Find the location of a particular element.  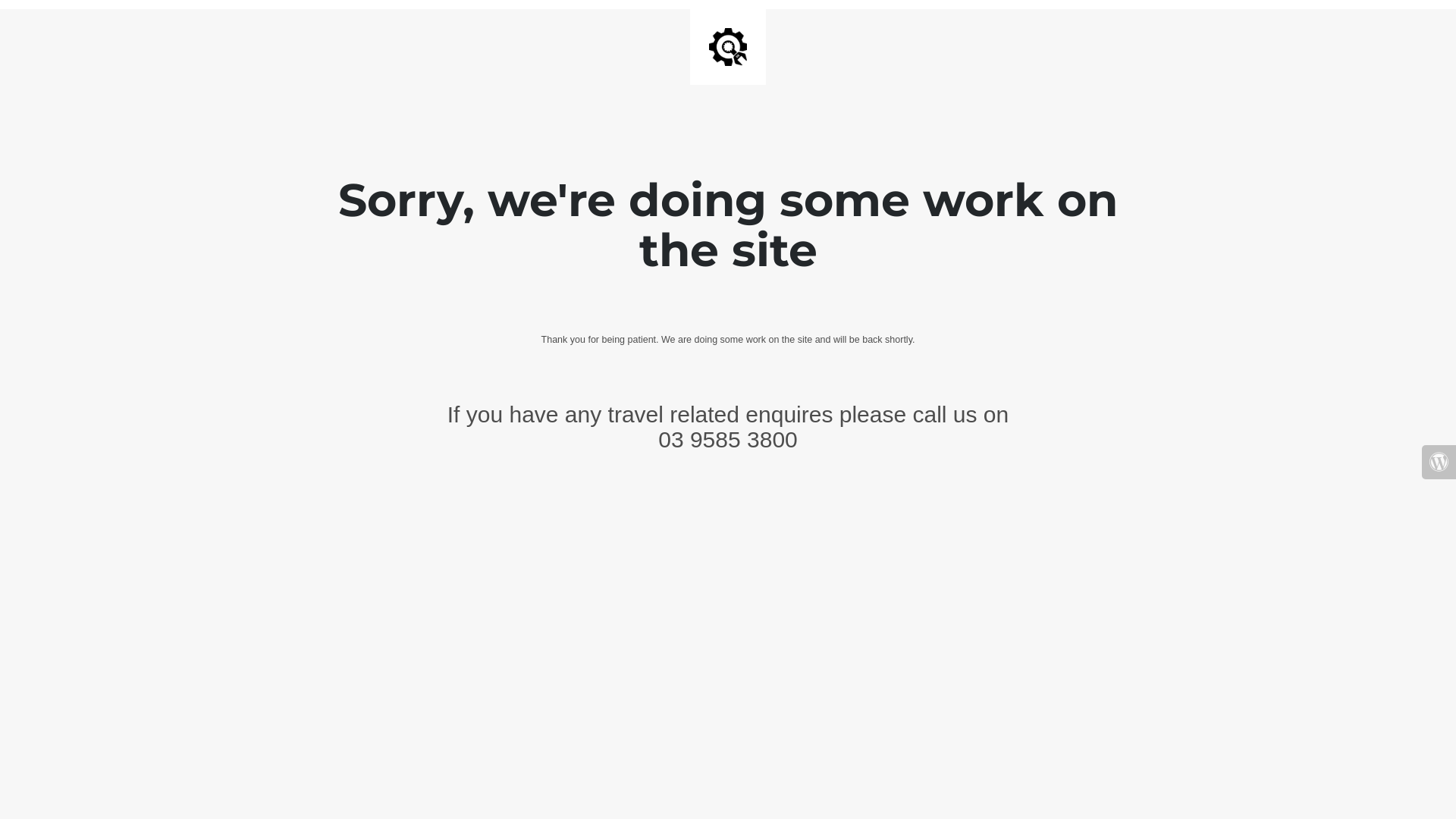

'Site is Under Construction' is located at coordinates (728, 45).